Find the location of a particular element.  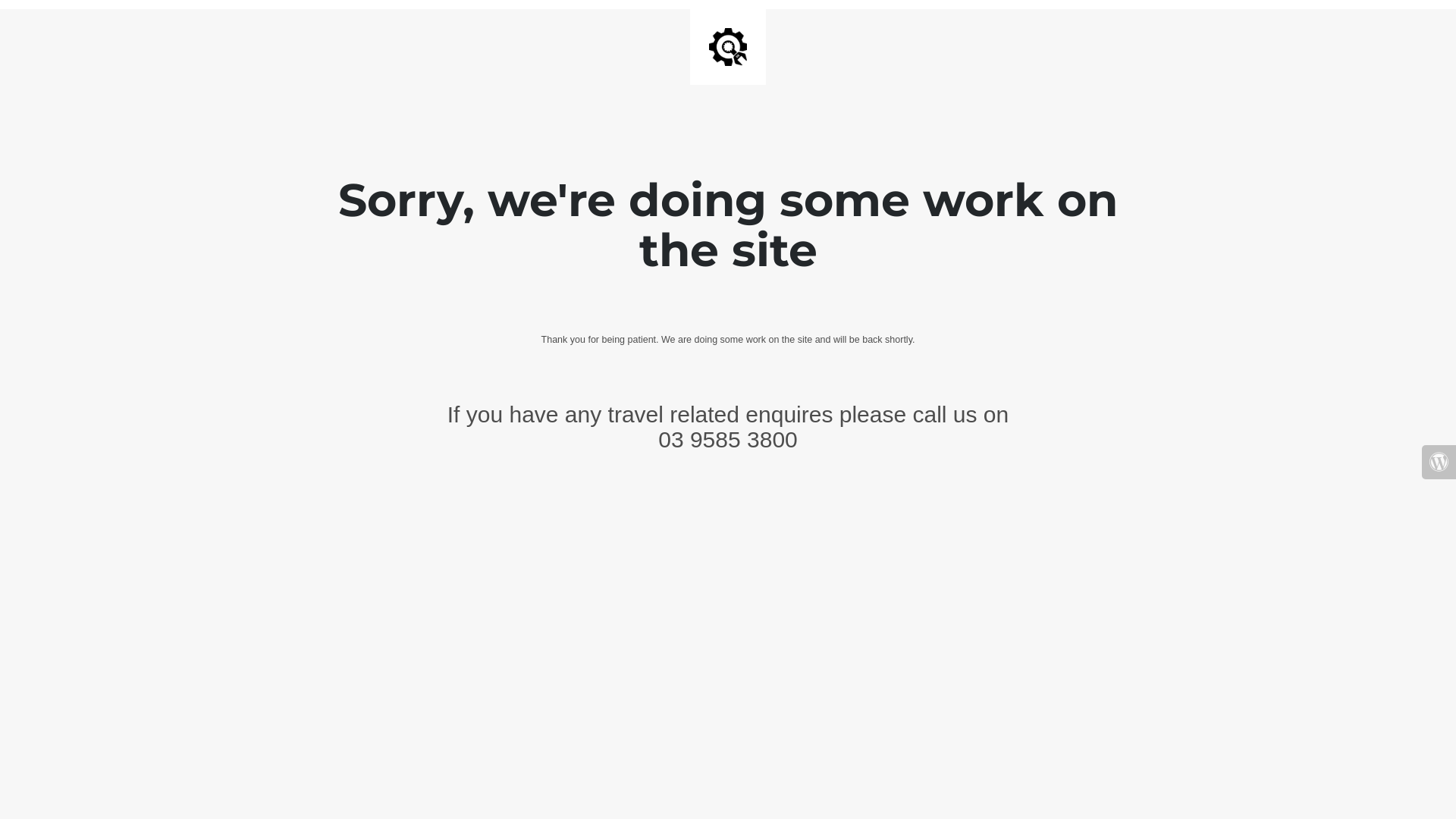

'Site is Under Construction' is located at coordinates (728, 45).